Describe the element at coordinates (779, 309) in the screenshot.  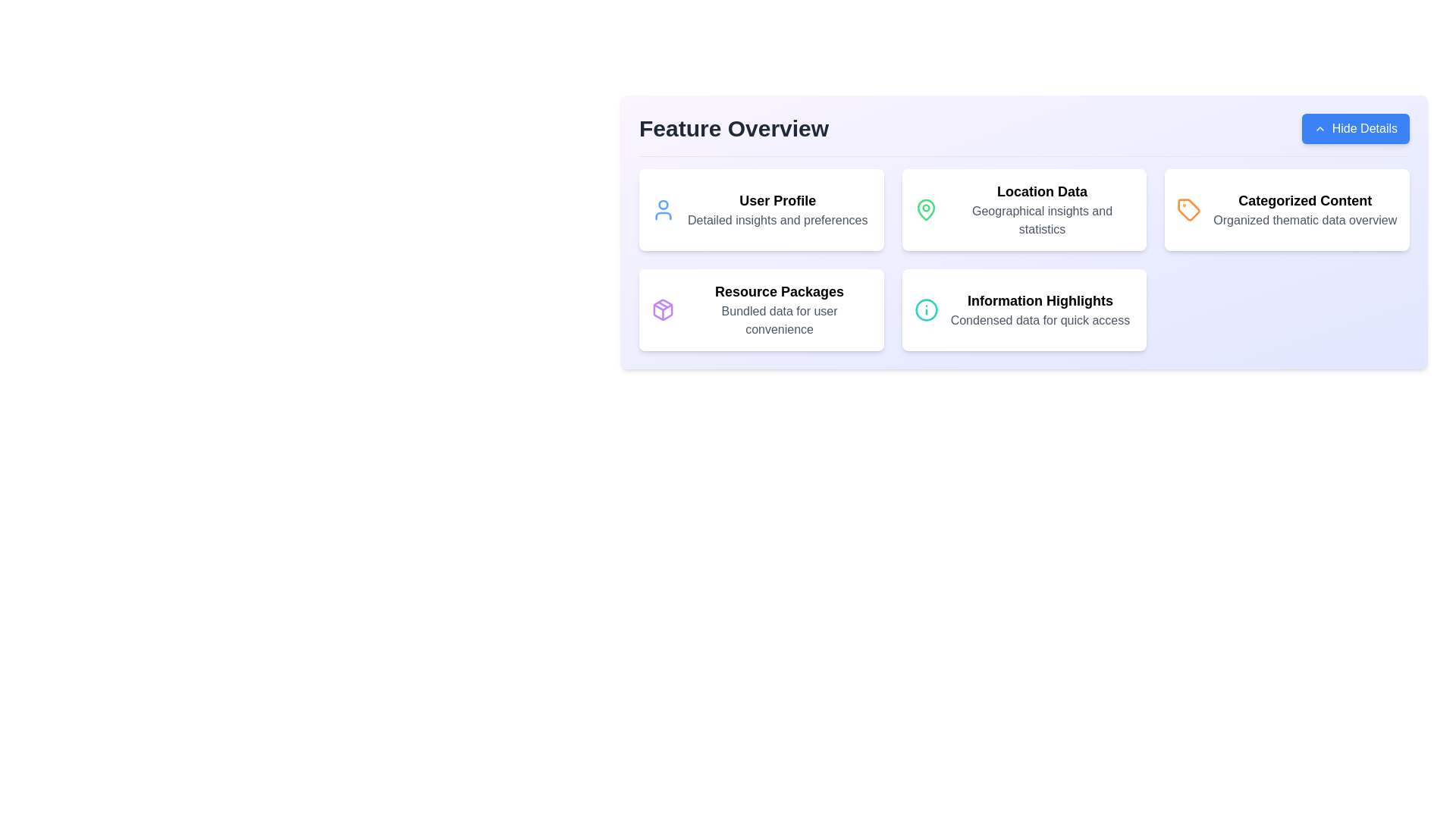
I see `the Text display element that provides information about 'Resource Packages', located in the third panel of the second row, below 'User Profile' and to the left of 'Location Data'` at that location.